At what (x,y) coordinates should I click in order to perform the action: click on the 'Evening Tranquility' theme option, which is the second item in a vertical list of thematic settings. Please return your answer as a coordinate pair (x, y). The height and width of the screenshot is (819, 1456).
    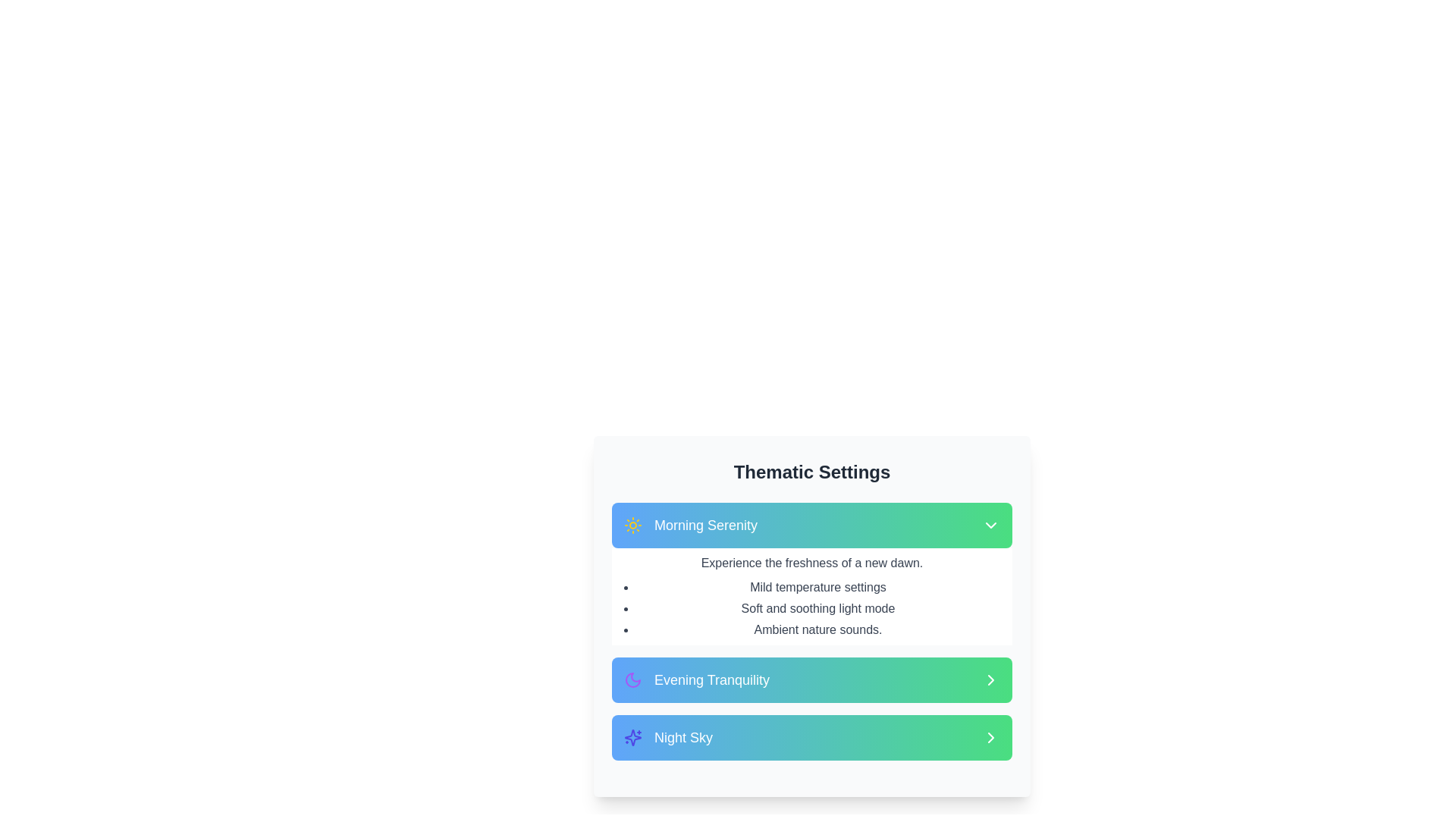
    Looking at the image, I should click on (696, 679).